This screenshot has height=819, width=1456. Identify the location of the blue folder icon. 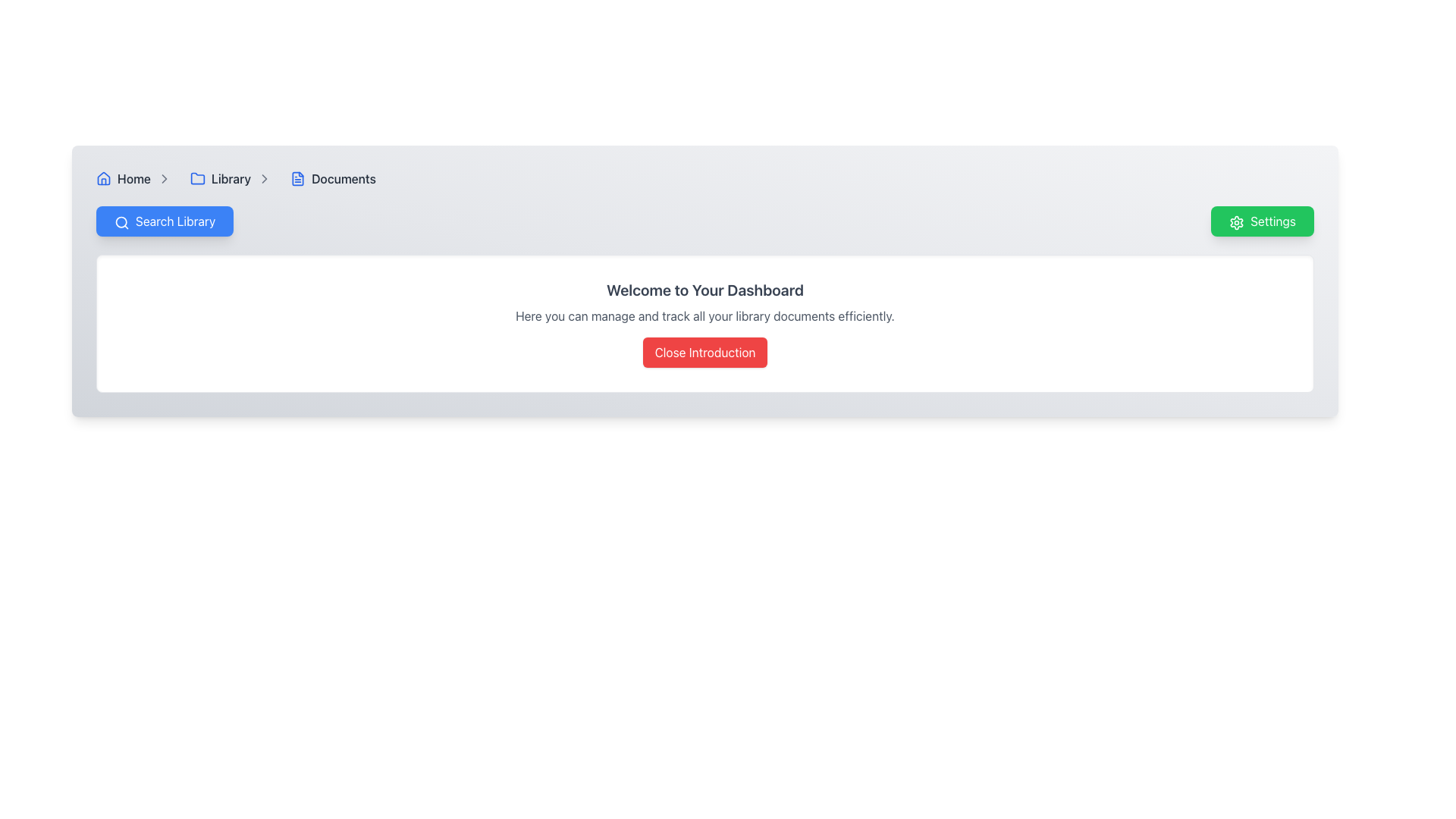
(196, 177).